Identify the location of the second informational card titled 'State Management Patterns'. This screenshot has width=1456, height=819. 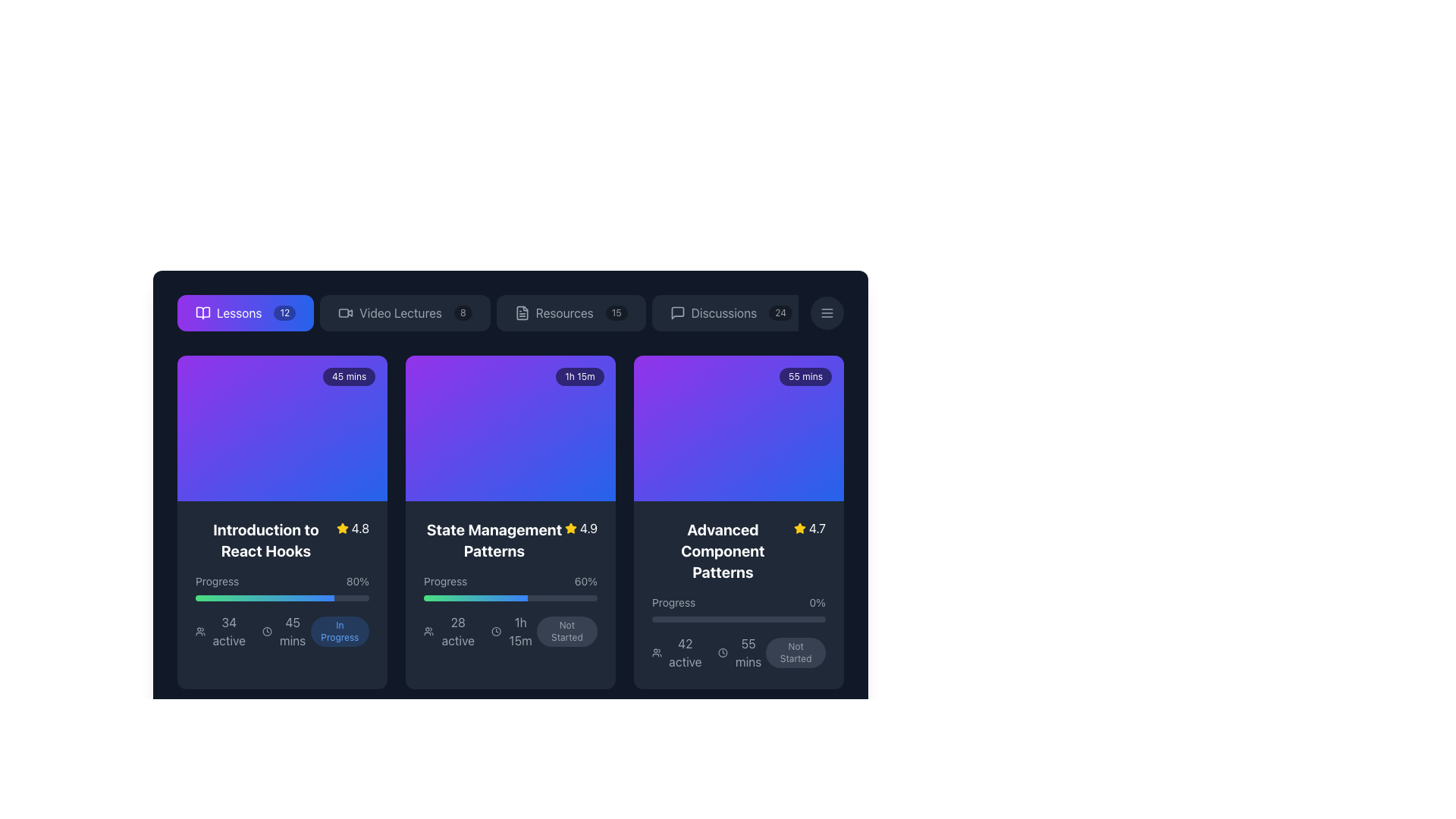
(510, 584).